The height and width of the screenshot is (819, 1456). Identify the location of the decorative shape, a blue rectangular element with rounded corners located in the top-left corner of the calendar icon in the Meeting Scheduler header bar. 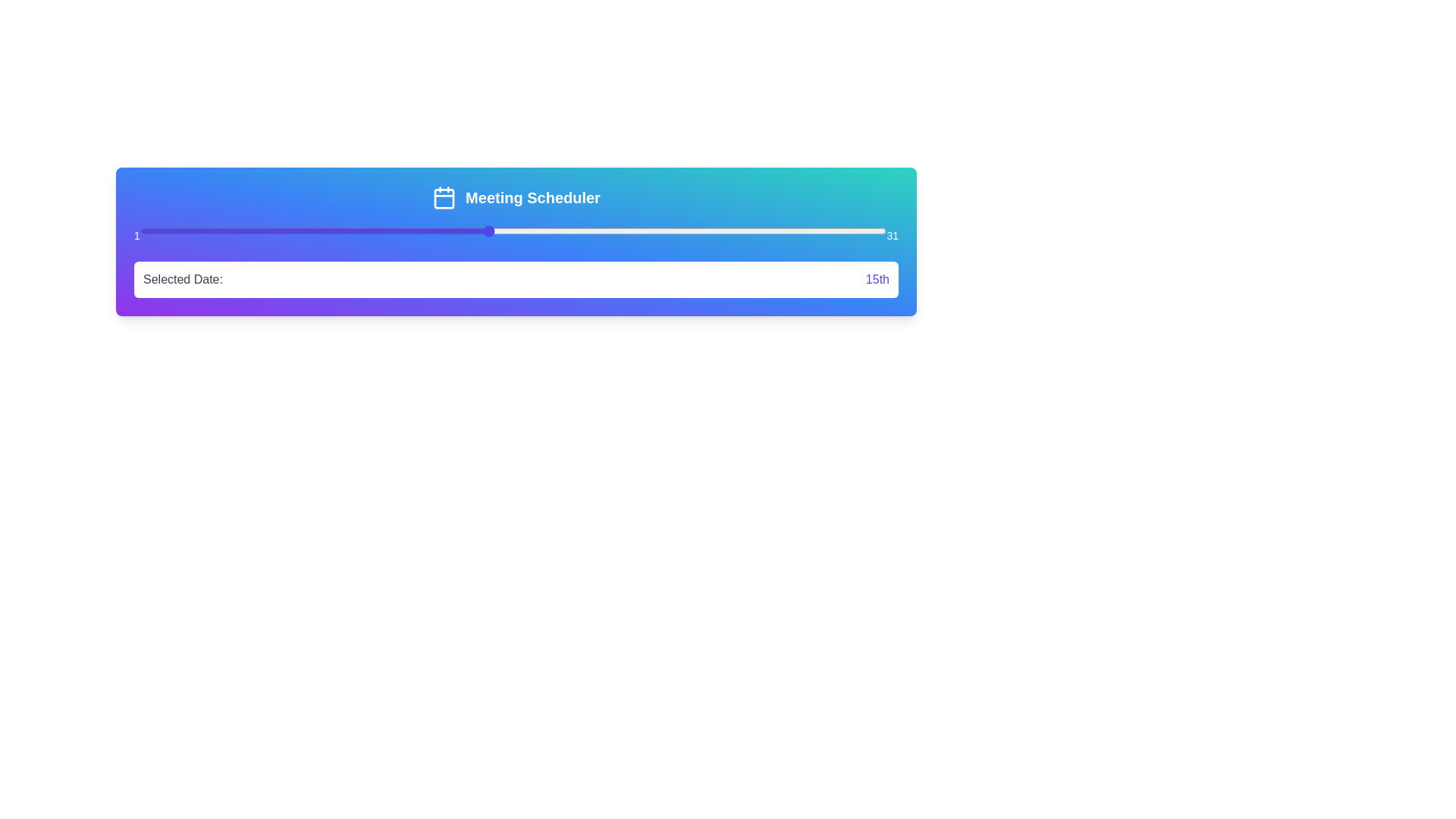
(444, 198).